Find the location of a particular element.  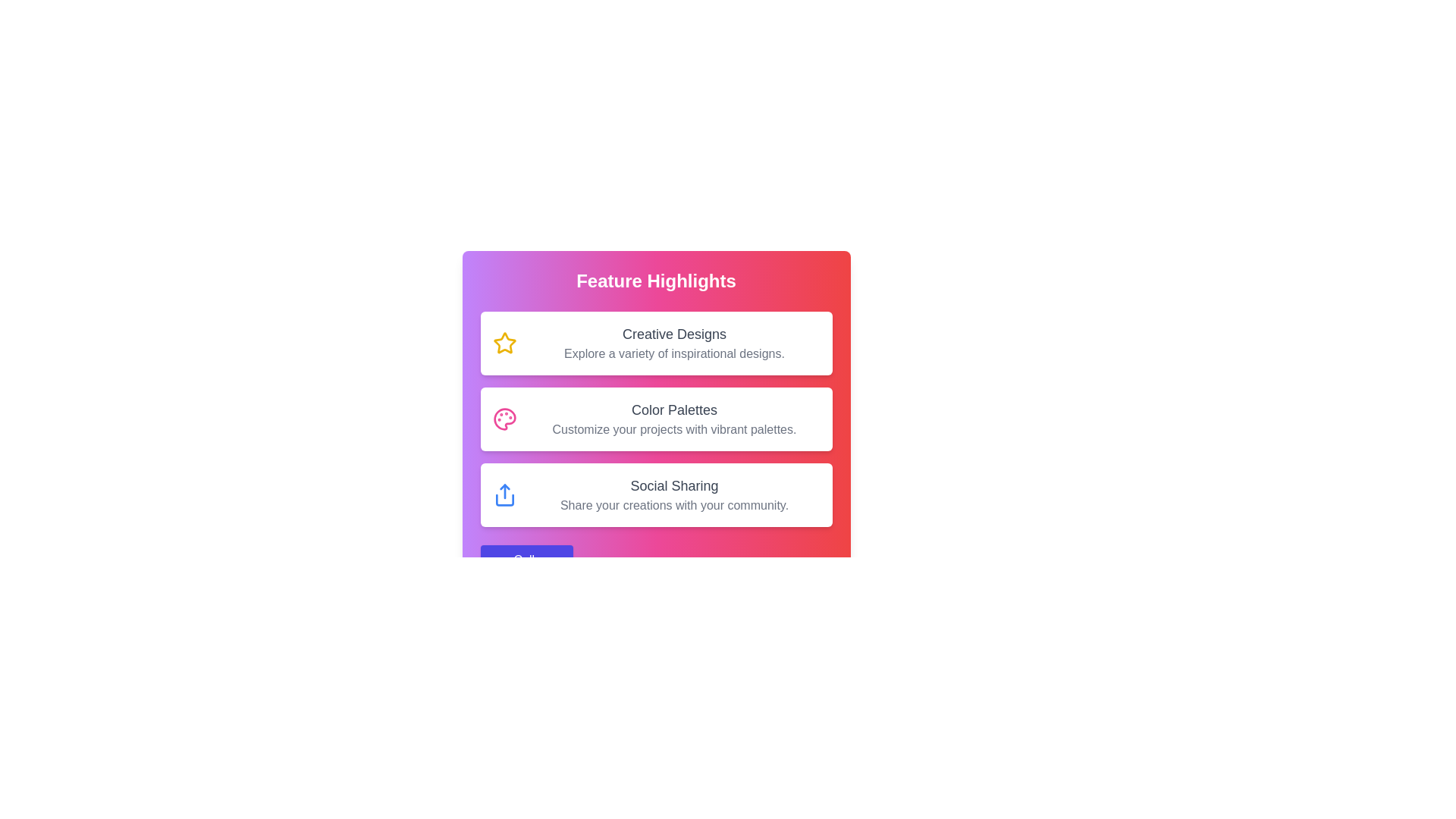

the circular pink icon resembling a painter's palette, which is positioned before the 'Color Palettes' text is located at coordinates (504, 419).